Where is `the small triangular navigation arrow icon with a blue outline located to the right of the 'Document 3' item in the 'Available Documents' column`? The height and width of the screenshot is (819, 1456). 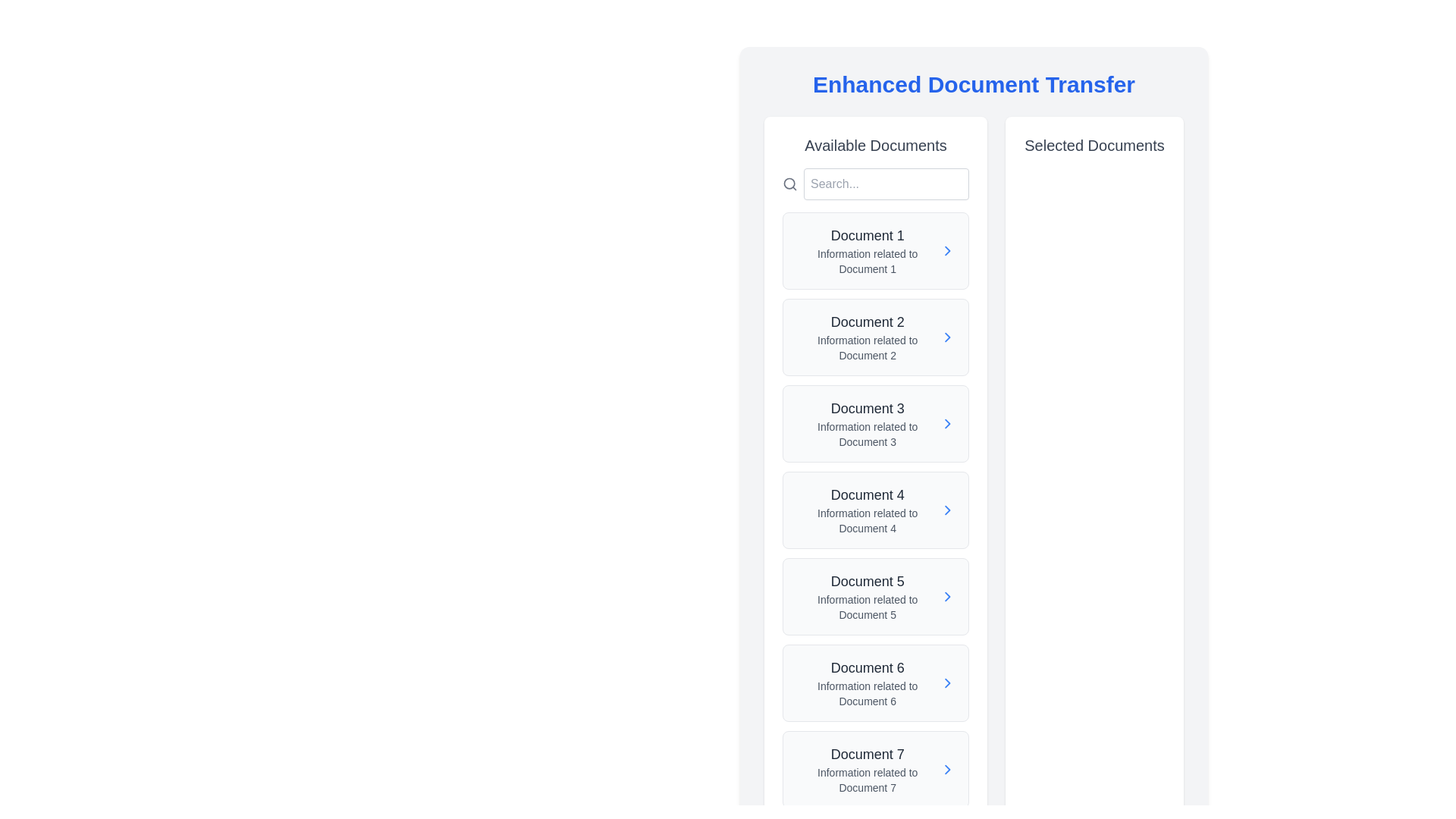
the small triangular navigation arrow icon with a blue outline located to the right of the 'Document 3' item in the 'Available Documents' column is located at coordinates (947, 424).